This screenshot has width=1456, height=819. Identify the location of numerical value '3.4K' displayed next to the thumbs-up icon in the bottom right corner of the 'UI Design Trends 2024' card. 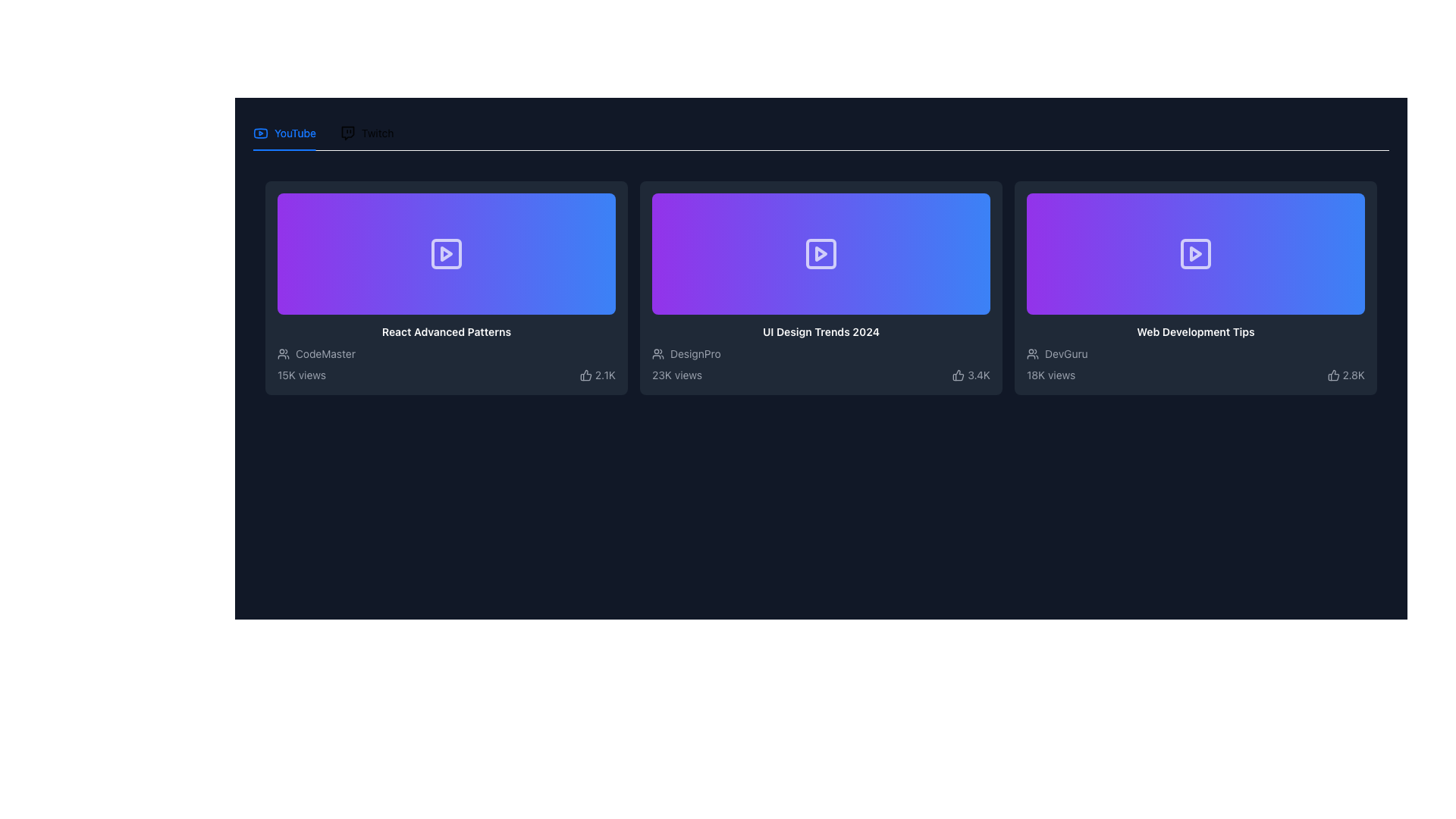
(971, 375).